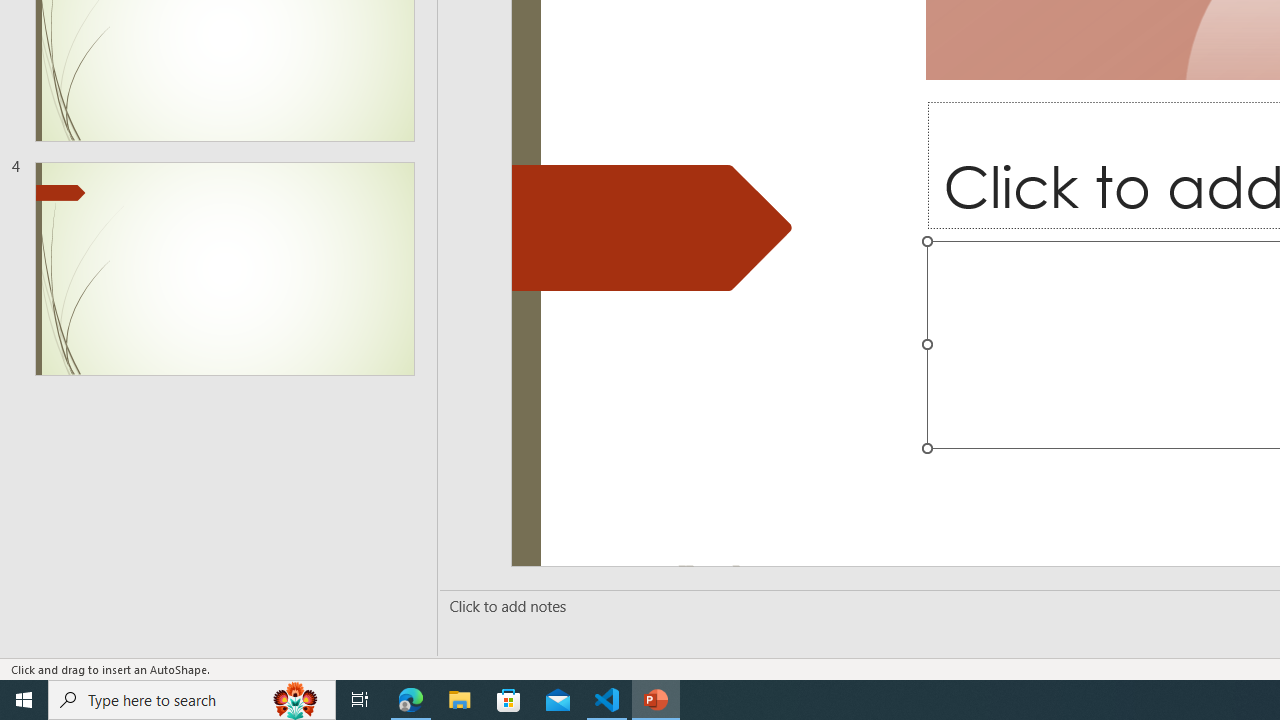 This screenshot has height=720, width=1280. I want to click on 'Decorative Locked', so click(652, 226).